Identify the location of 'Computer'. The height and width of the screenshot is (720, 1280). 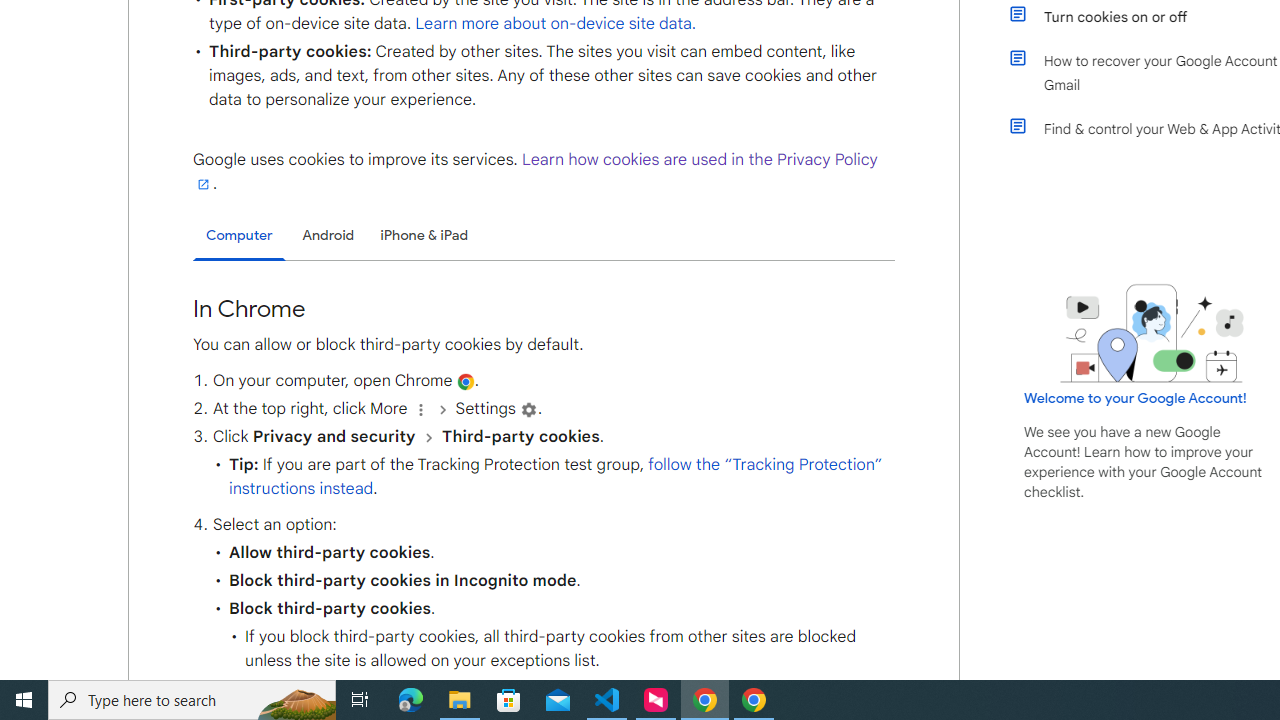
(239, 235).